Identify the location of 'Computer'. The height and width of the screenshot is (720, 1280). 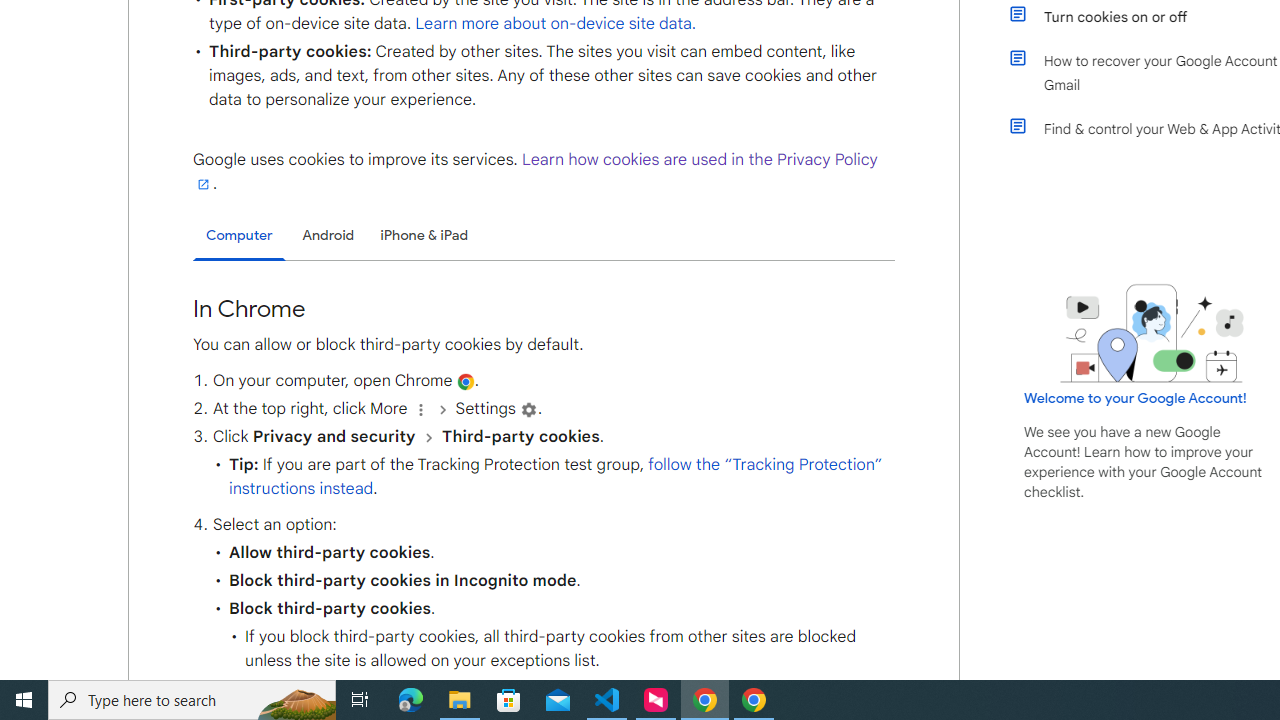
(239, 235).